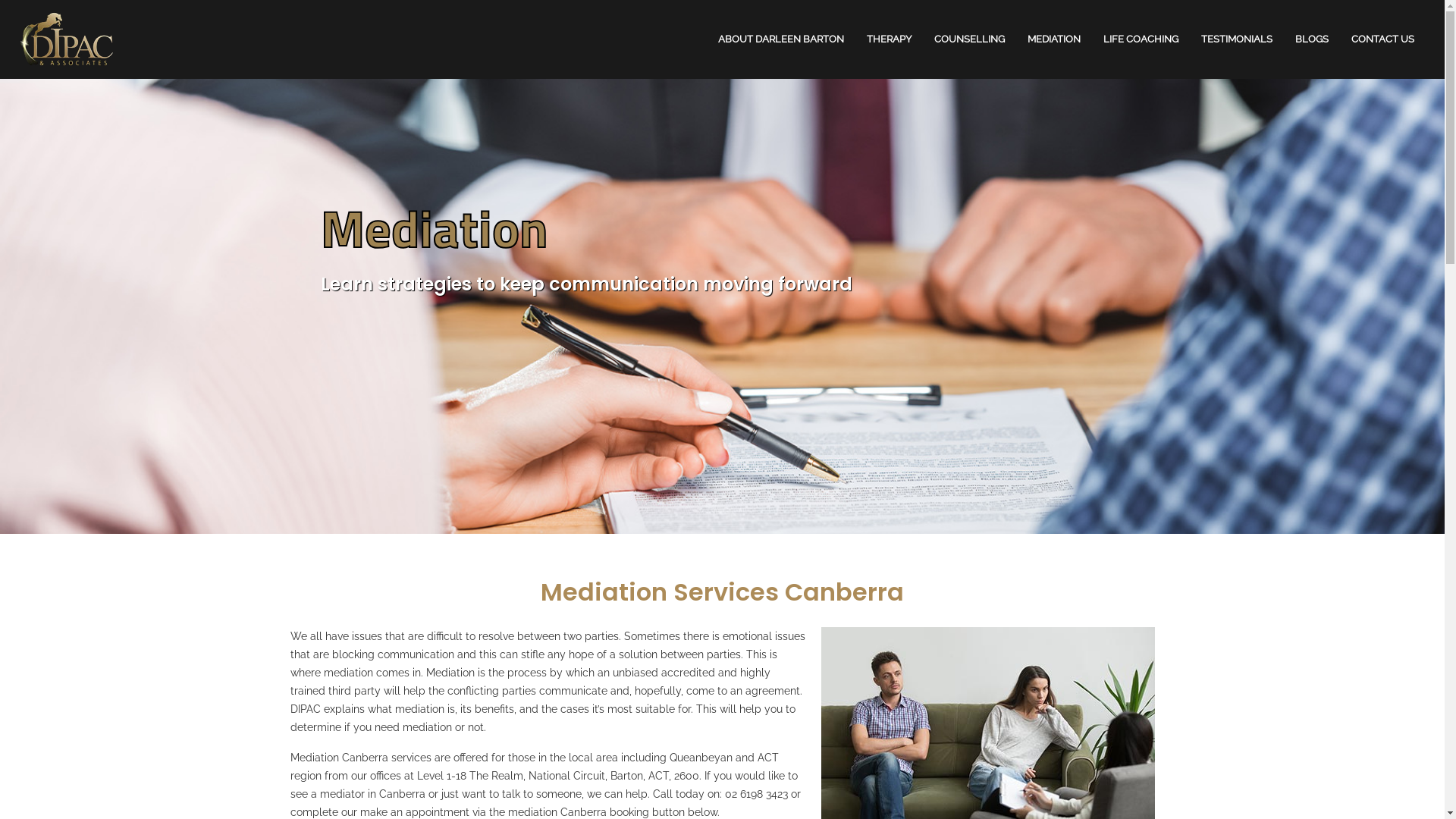  I want to click on 'CONTACT US', so click(1382, 38).